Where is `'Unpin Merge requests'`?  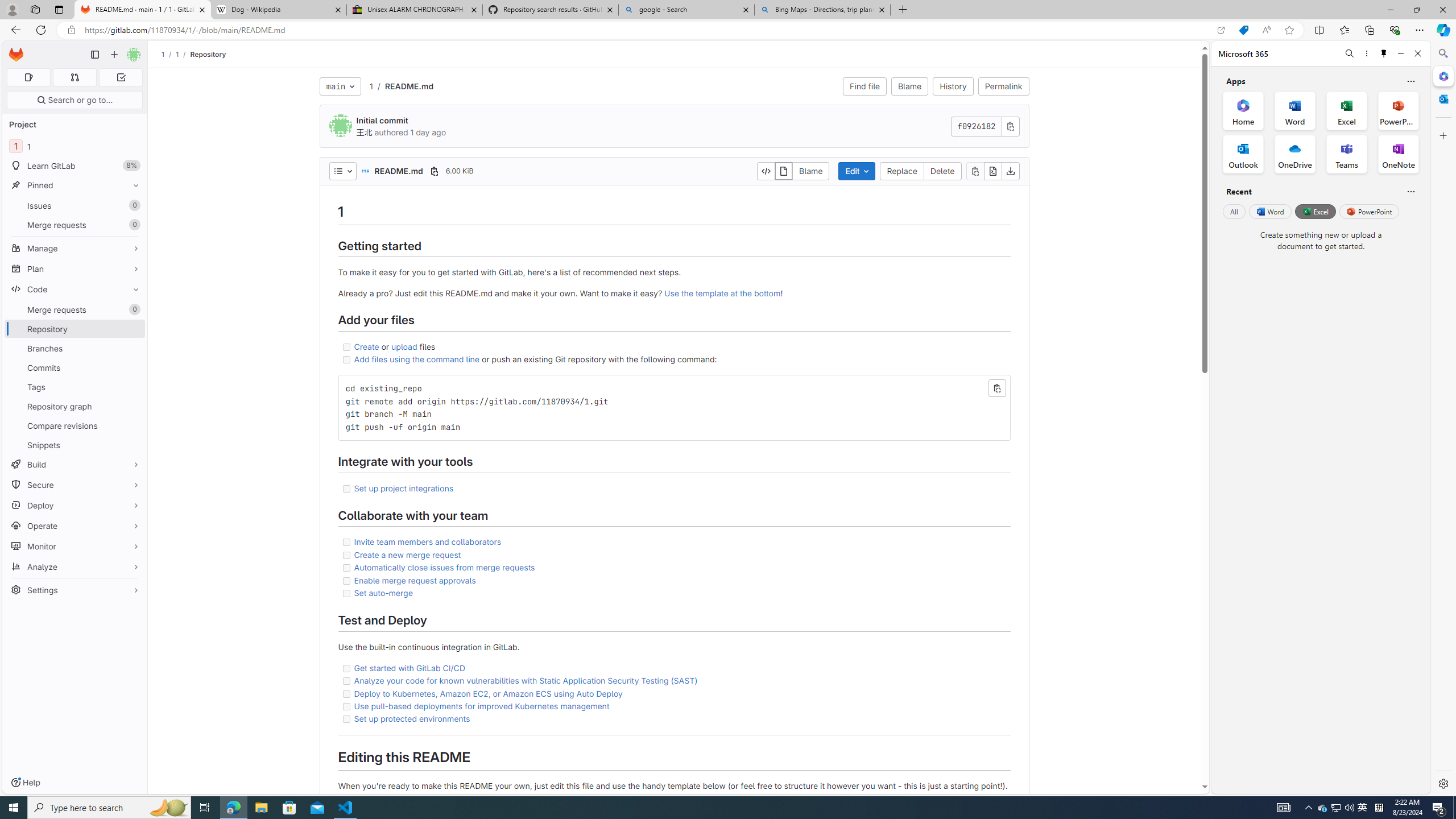
'Unpin Merge requests' is located at coordinates (133, 309).